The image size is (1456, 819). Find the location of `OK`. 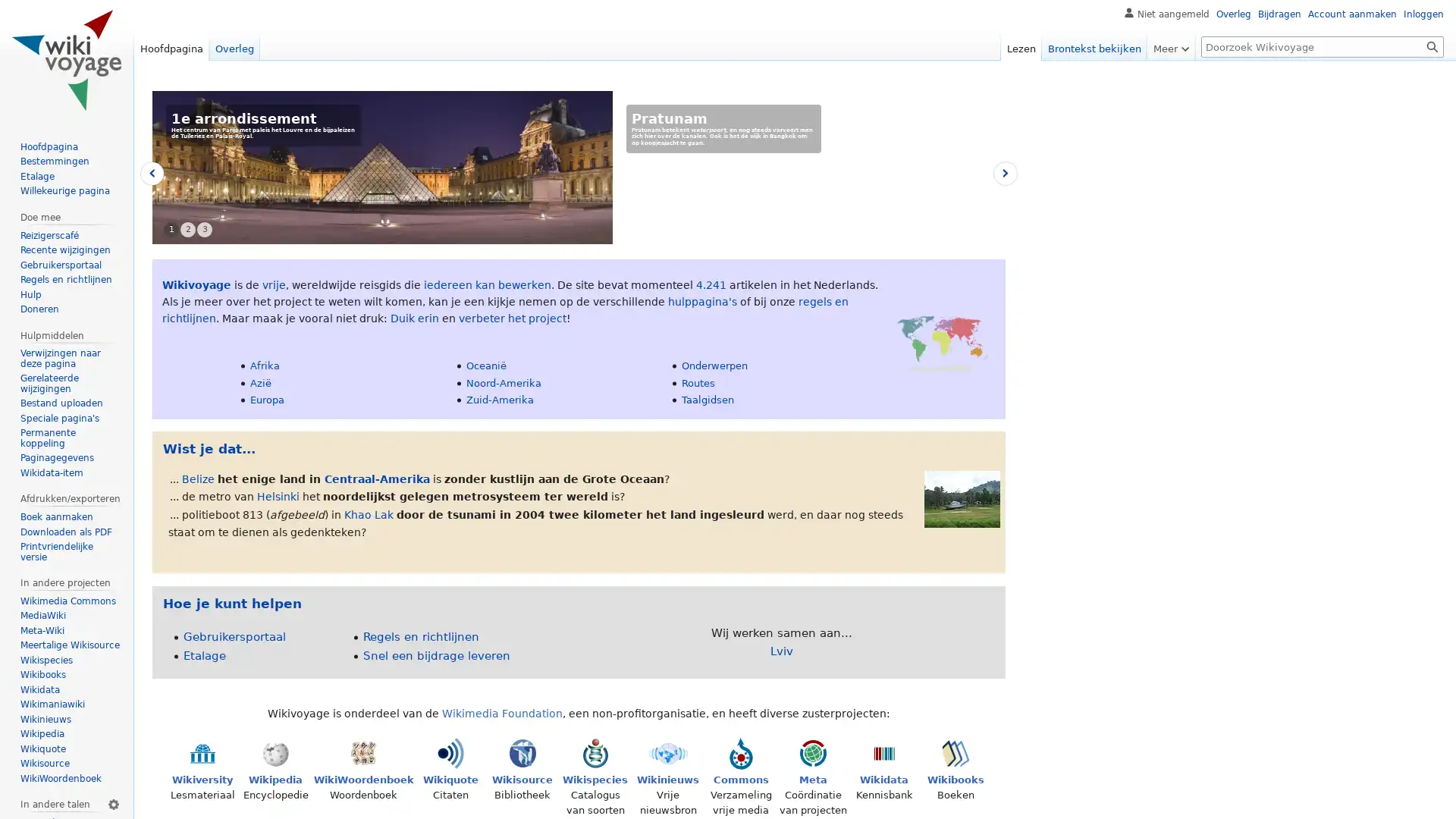

OK is located at coordinates (1432, 45).